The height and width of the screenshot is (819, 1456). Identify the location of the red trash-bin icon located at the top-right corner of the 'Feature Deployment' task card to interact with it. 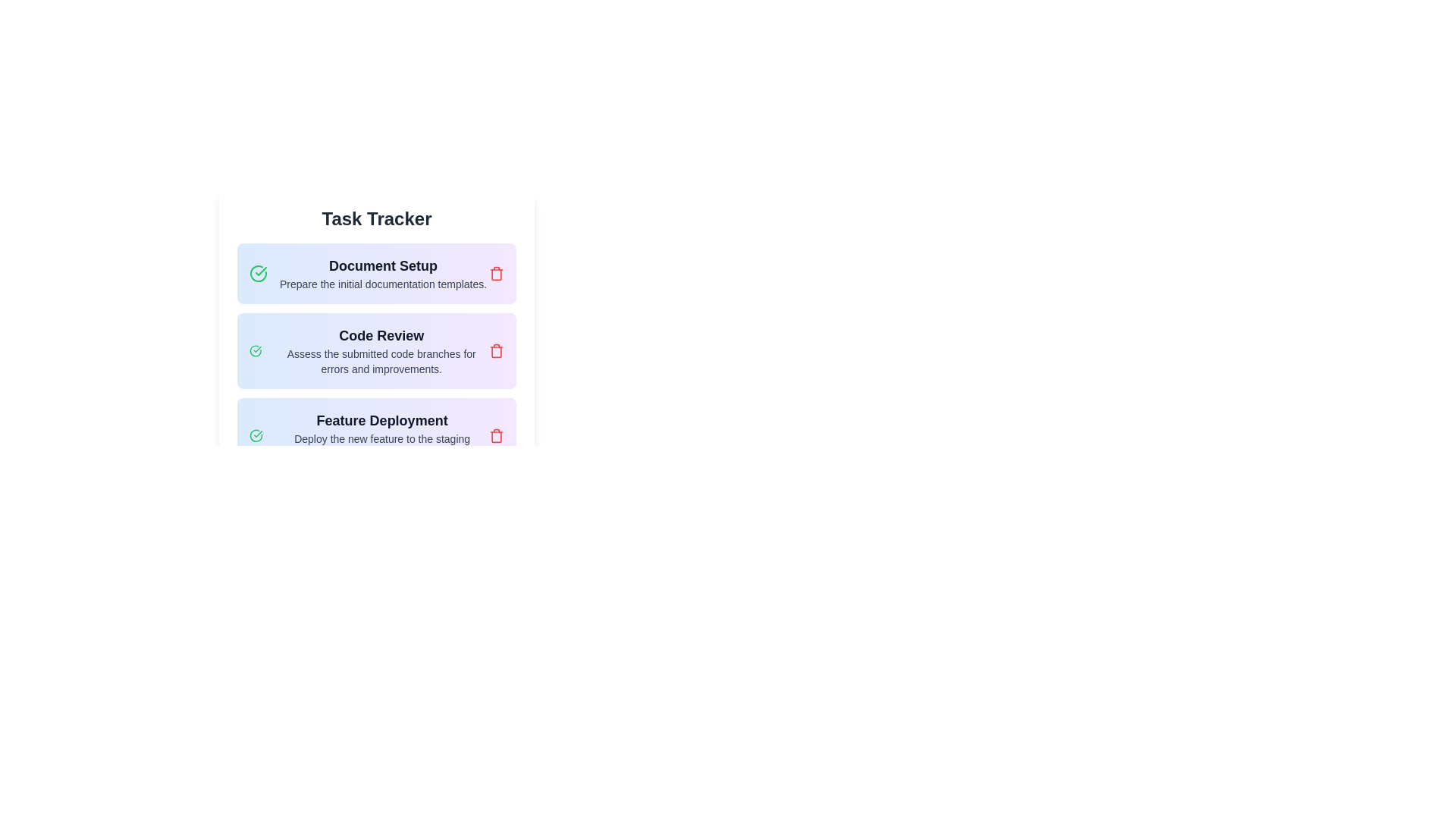
(496, 435).